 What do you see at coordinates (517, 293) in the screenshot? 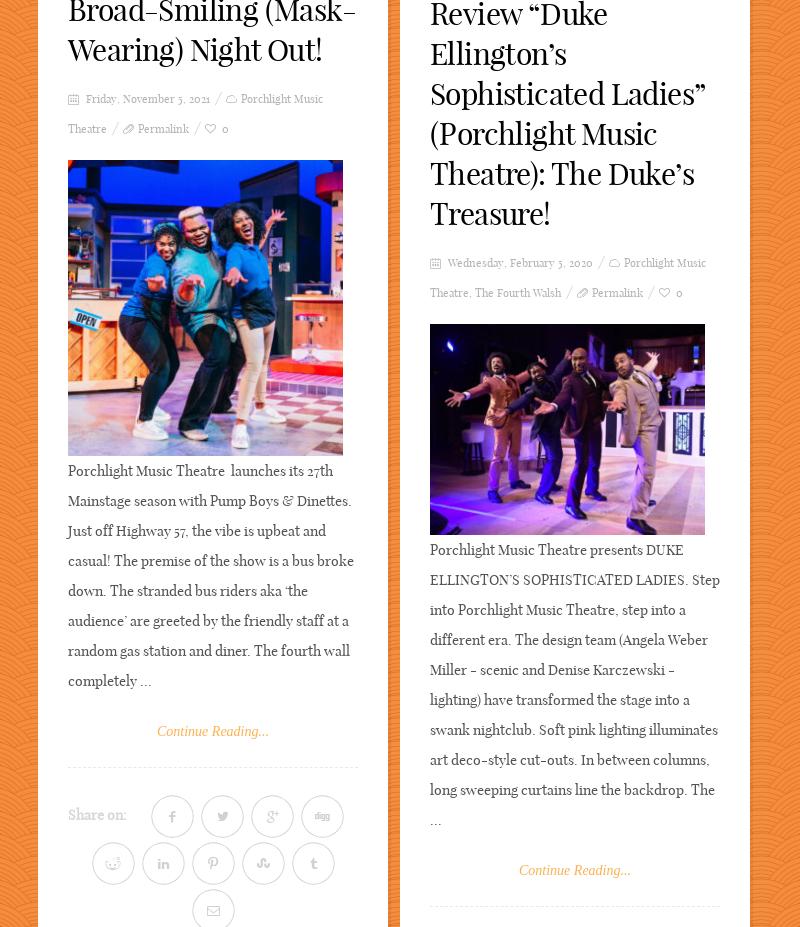
I see `'The Fourth Walsh'` at bounding box center [517, 293].